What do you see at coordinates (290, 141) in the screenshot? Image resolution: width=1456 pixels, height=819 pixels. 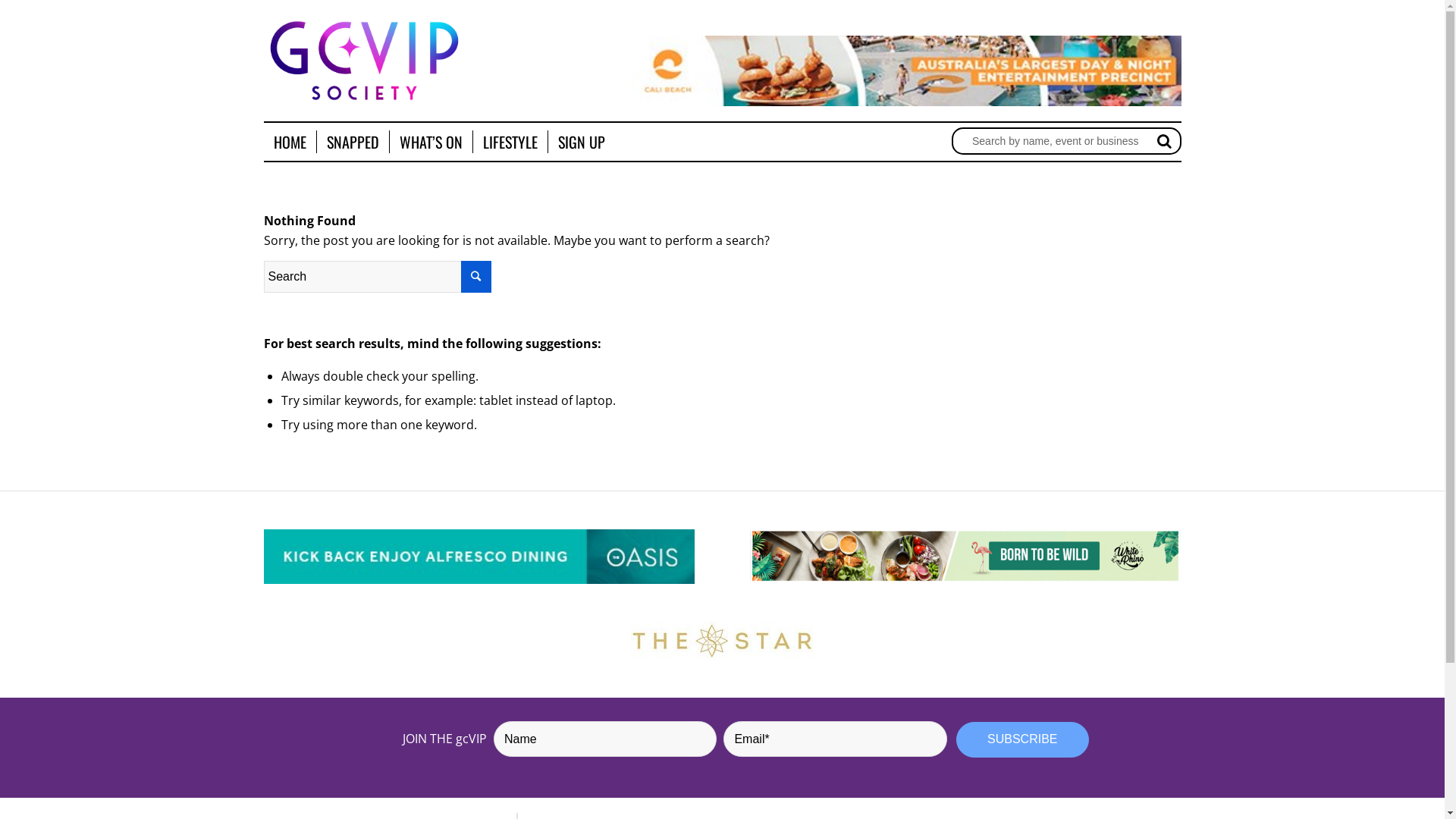 I see `'HOME'` at bounding box center [290, 141].